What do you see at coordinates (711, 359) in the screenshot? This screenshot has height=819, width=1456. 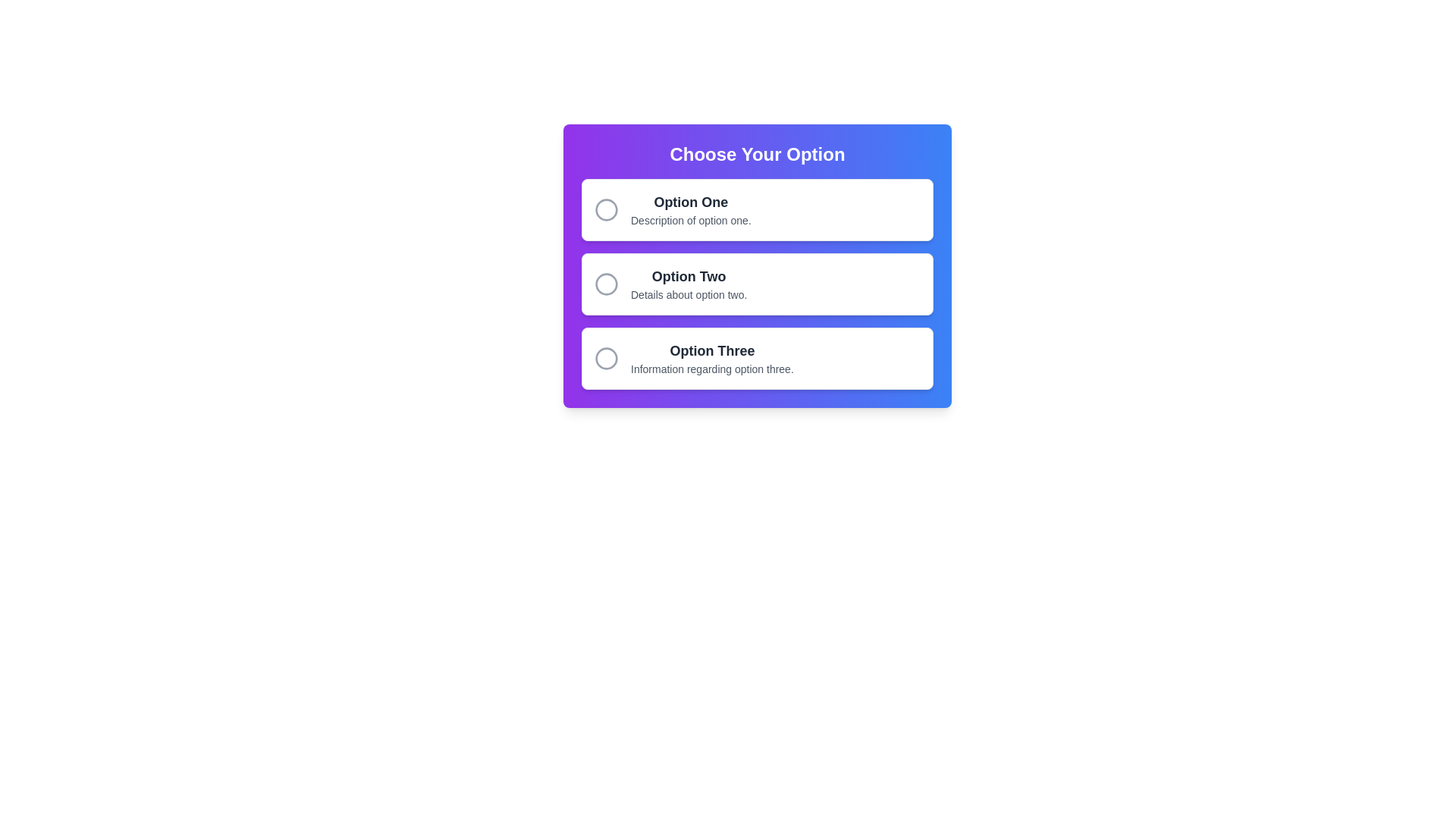 I see `the text block titled 'Option Three' which includes the description 'Information regarding option three.'` at bounding box center [711, 359].